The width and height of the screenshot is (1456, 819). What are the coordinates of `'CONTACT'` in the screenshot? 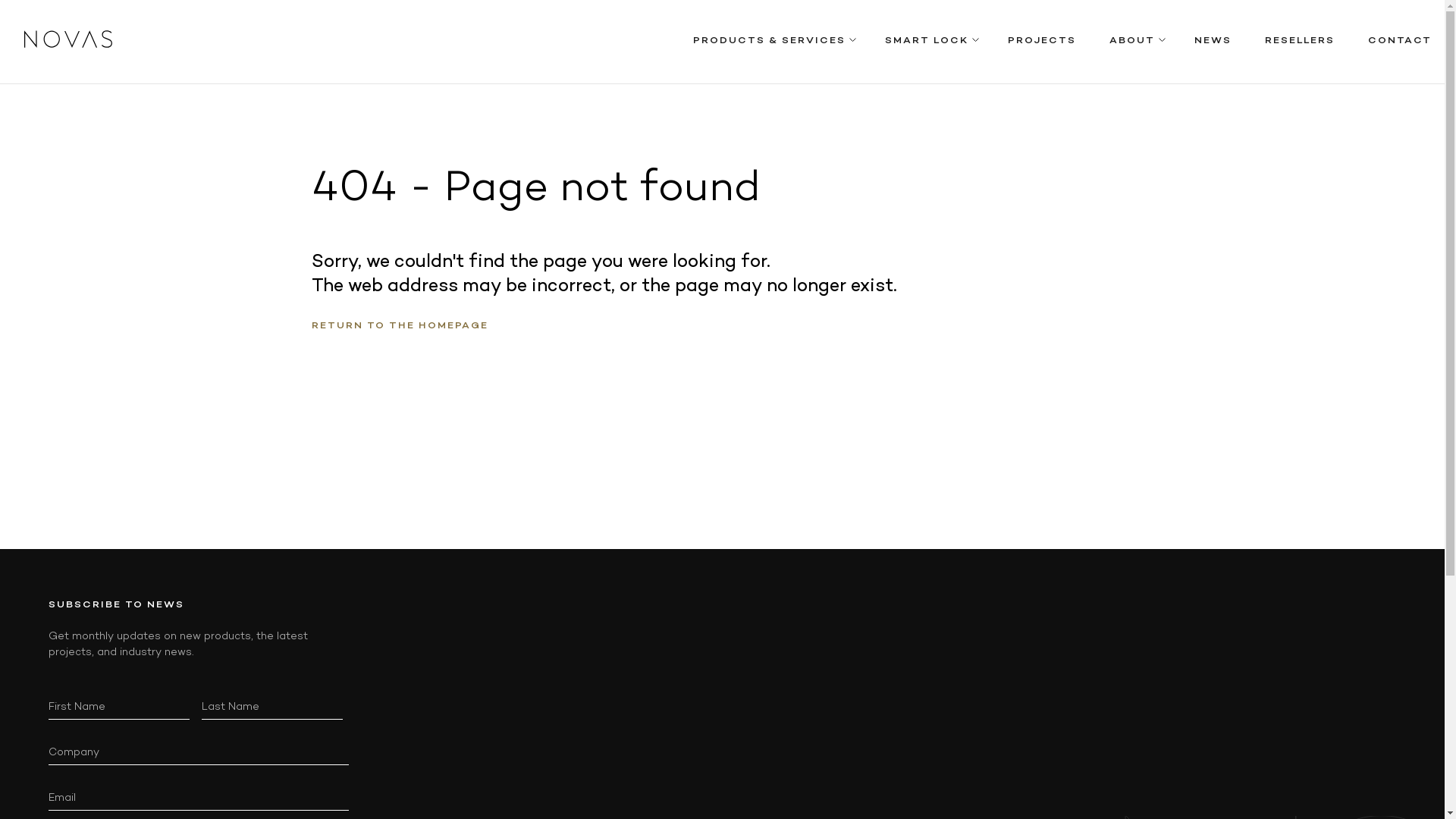 It's located at (1399, 41).